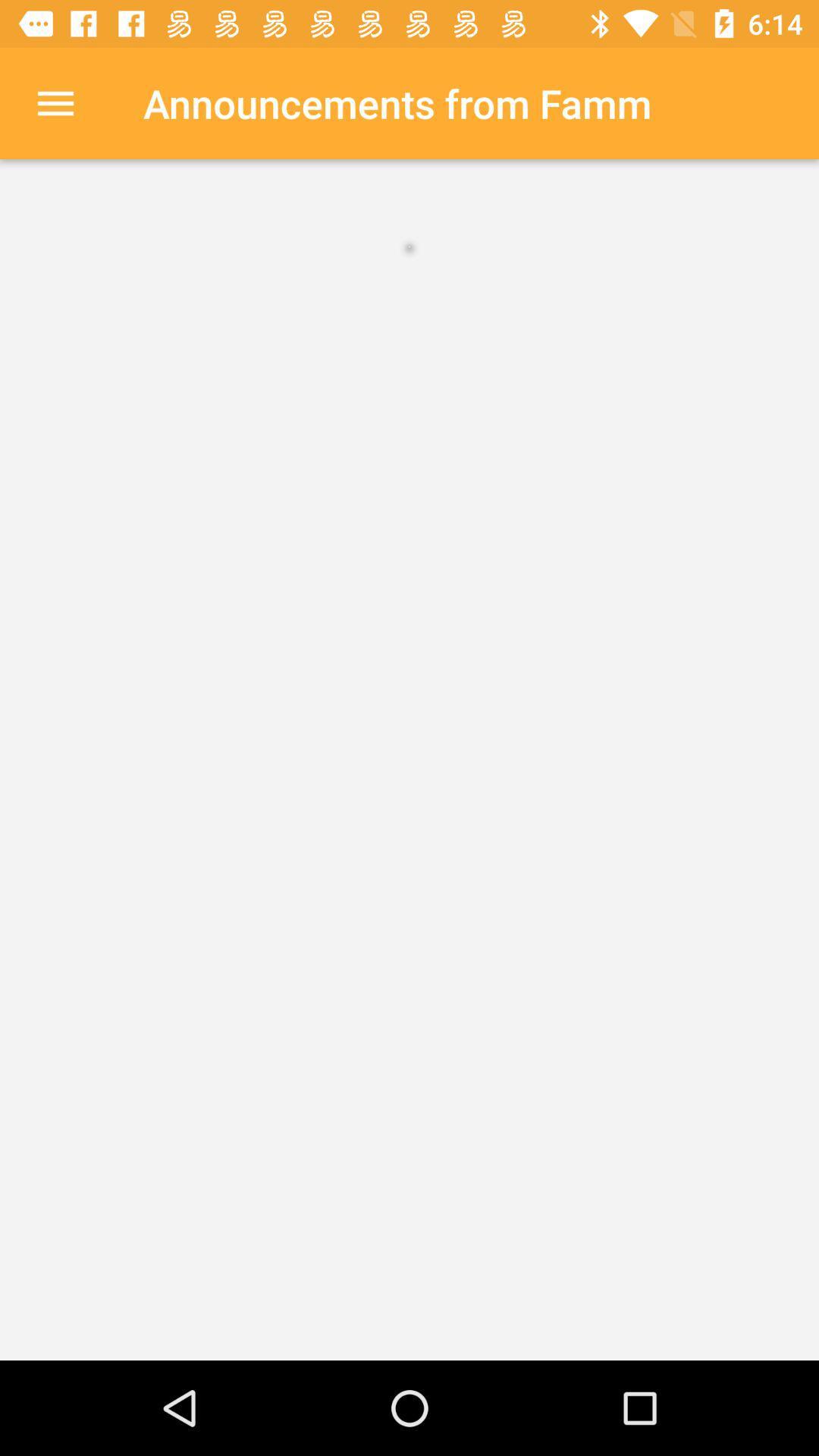 This screenshot has width=819, height=1456. What do you see at coordinates (55, 102) in the screenshot?
I see `the icon next to the announcements from famm icon` at bounding box center [55, 102].